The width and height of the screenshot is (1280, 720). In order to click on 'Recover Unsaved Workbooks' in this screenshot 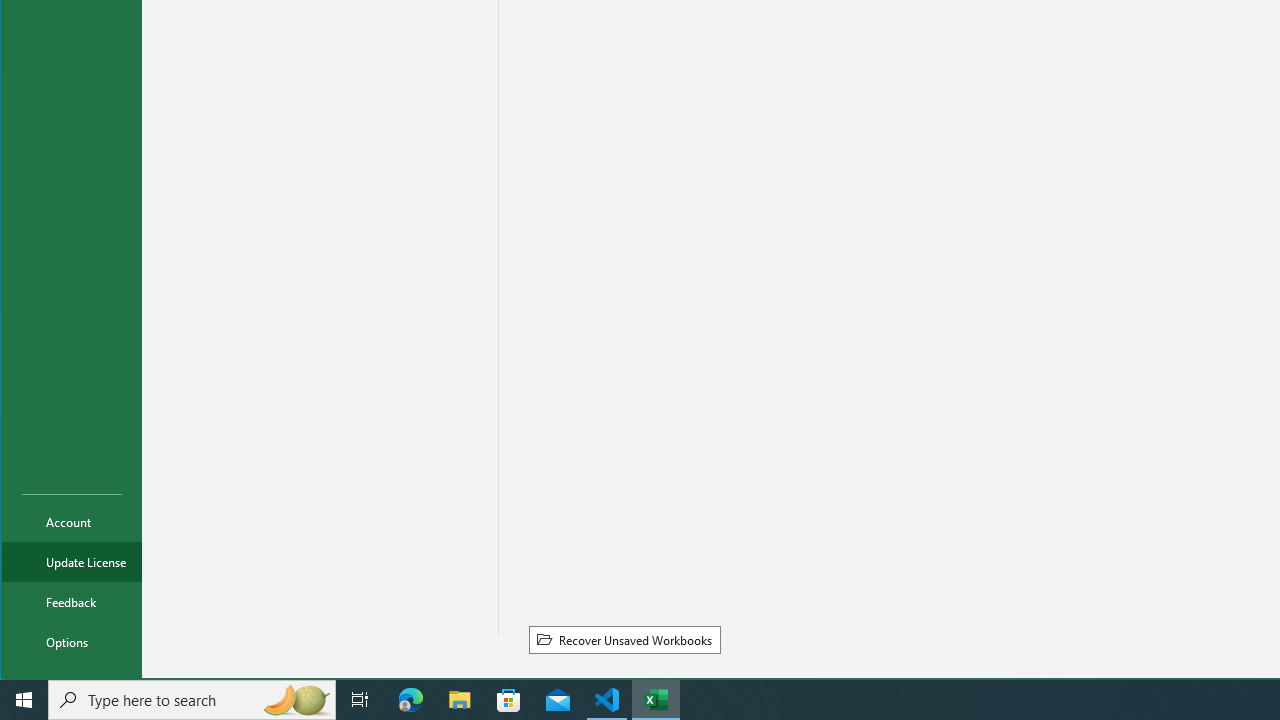, I will do `click(623, 639)`.